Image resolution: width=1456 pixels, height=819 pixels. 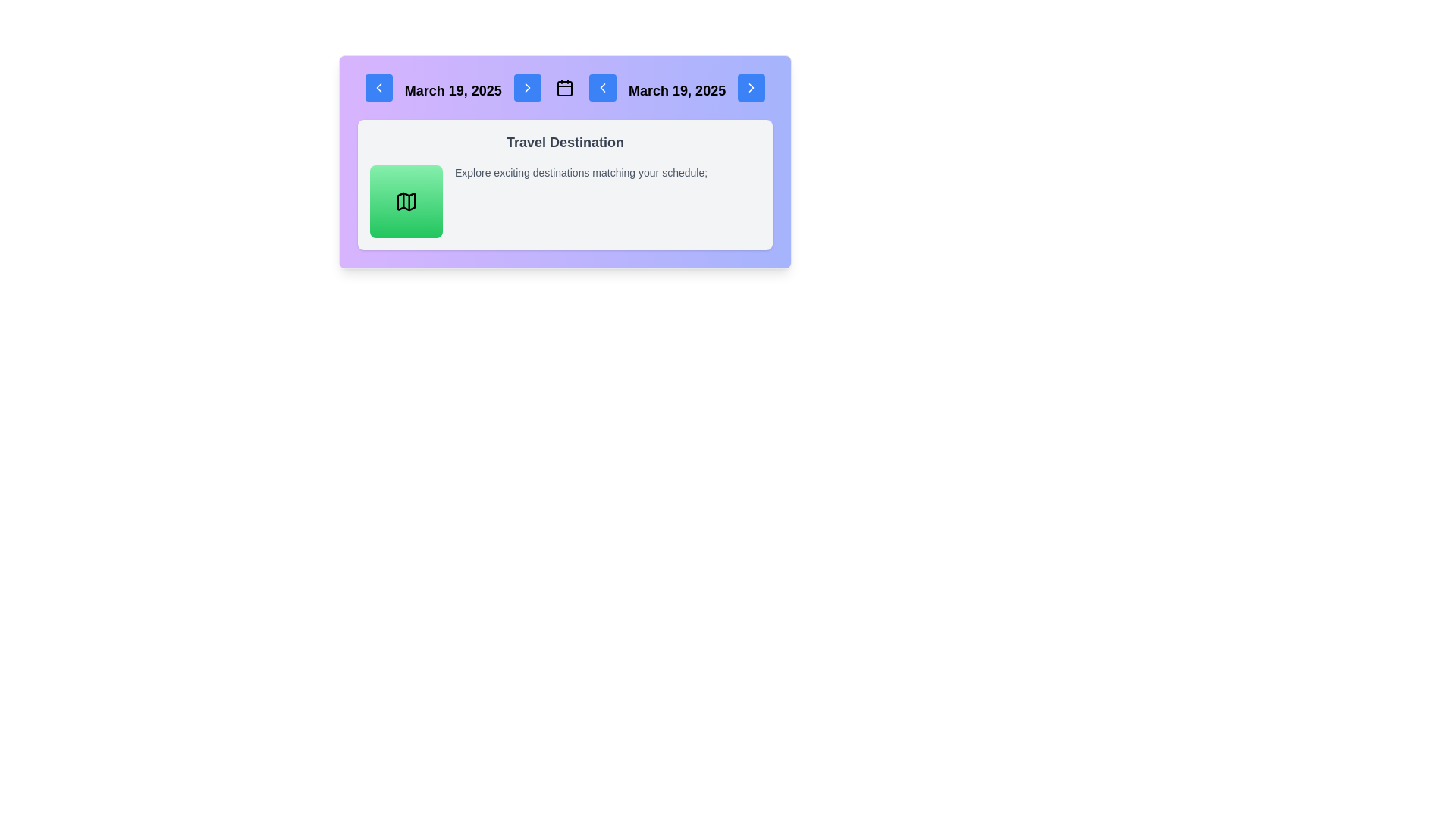 What do you see at coordinates (527, 87) in the screenshot?
I see `the Chevron Arrow icon located at the far right of the horizontal navigation bar` at bounding box center [527, 87].